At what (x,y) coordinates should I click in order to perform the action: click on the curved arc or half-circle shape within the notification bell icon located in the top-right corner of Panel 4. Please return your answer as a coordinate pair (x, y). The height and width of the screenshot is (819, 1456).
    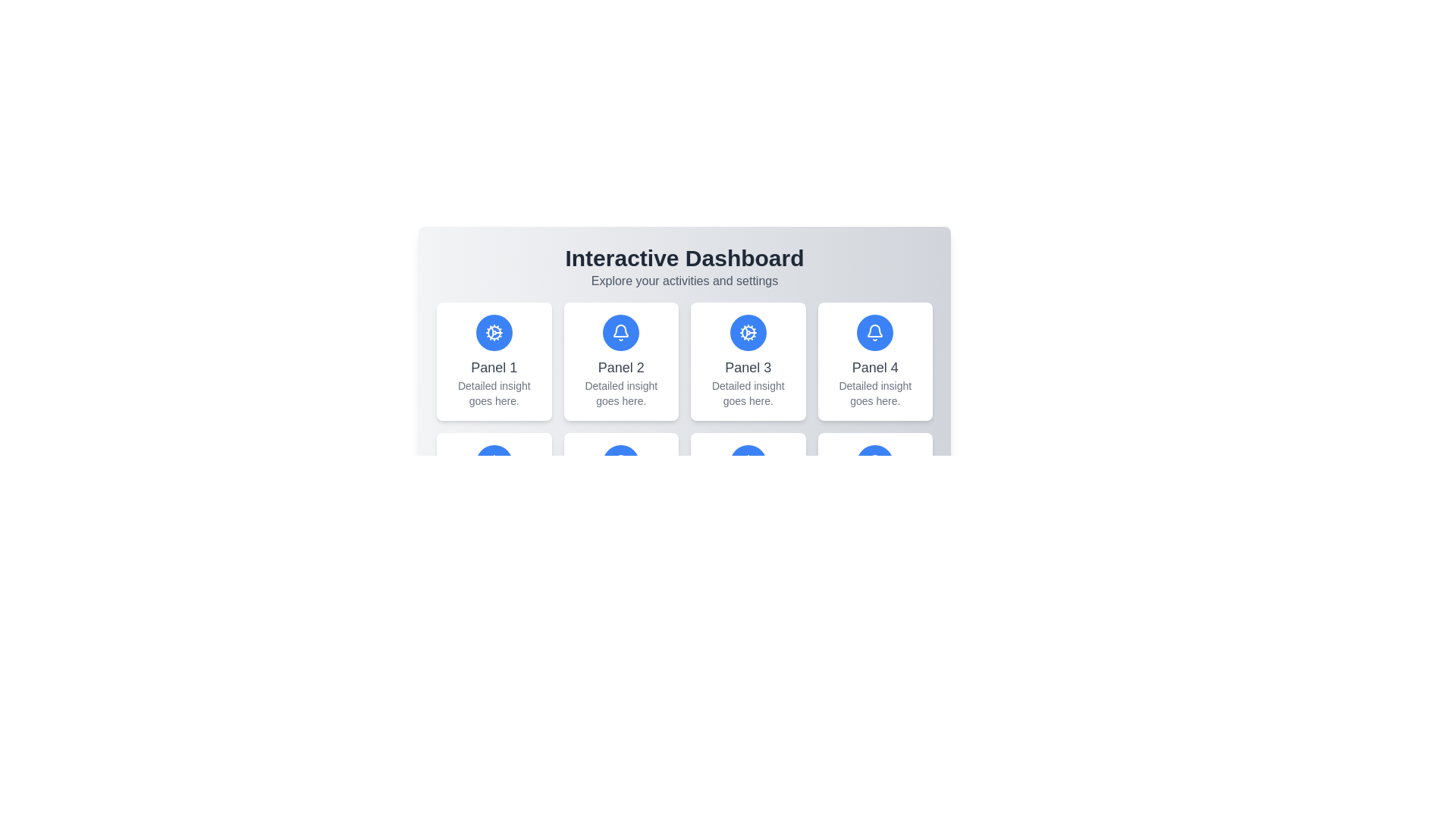
    Looking at the image, I should click on (875, 460).